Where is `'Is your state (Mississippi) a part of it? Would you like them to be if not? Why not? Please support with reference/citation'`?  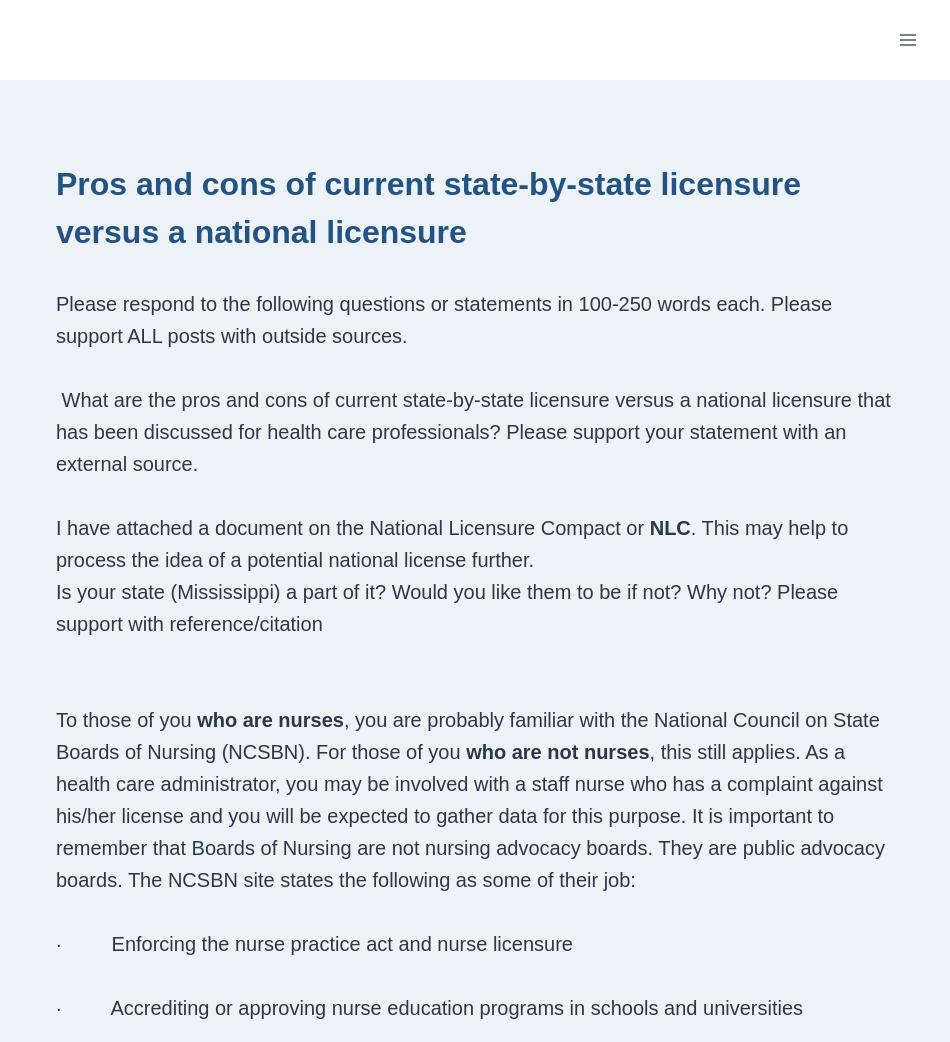
'Is your state (Mississippi) a part of it? Would you like them to be if not? Why not? Please support with reference/citation' is located at coordinates (445, 607).